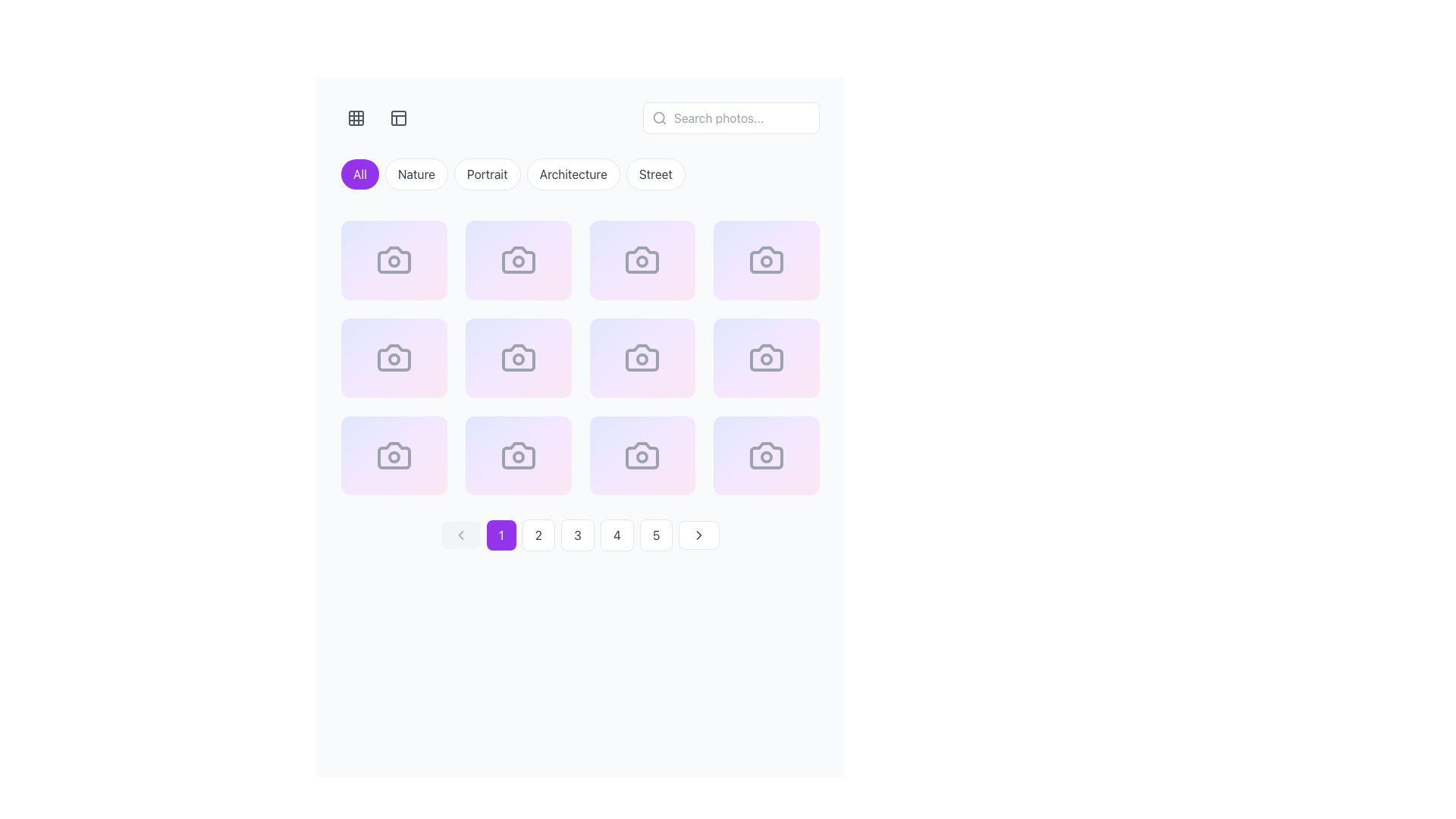 The height and width of the screenshot is (819, 1456). What do you see at coordinates (642, 469) in the screenshot?
I see `the button located at the bottom section of the card labeled 'Photograph #11', which is horizontally centered among a row of circular buttons` at bounding box center [642, 469].